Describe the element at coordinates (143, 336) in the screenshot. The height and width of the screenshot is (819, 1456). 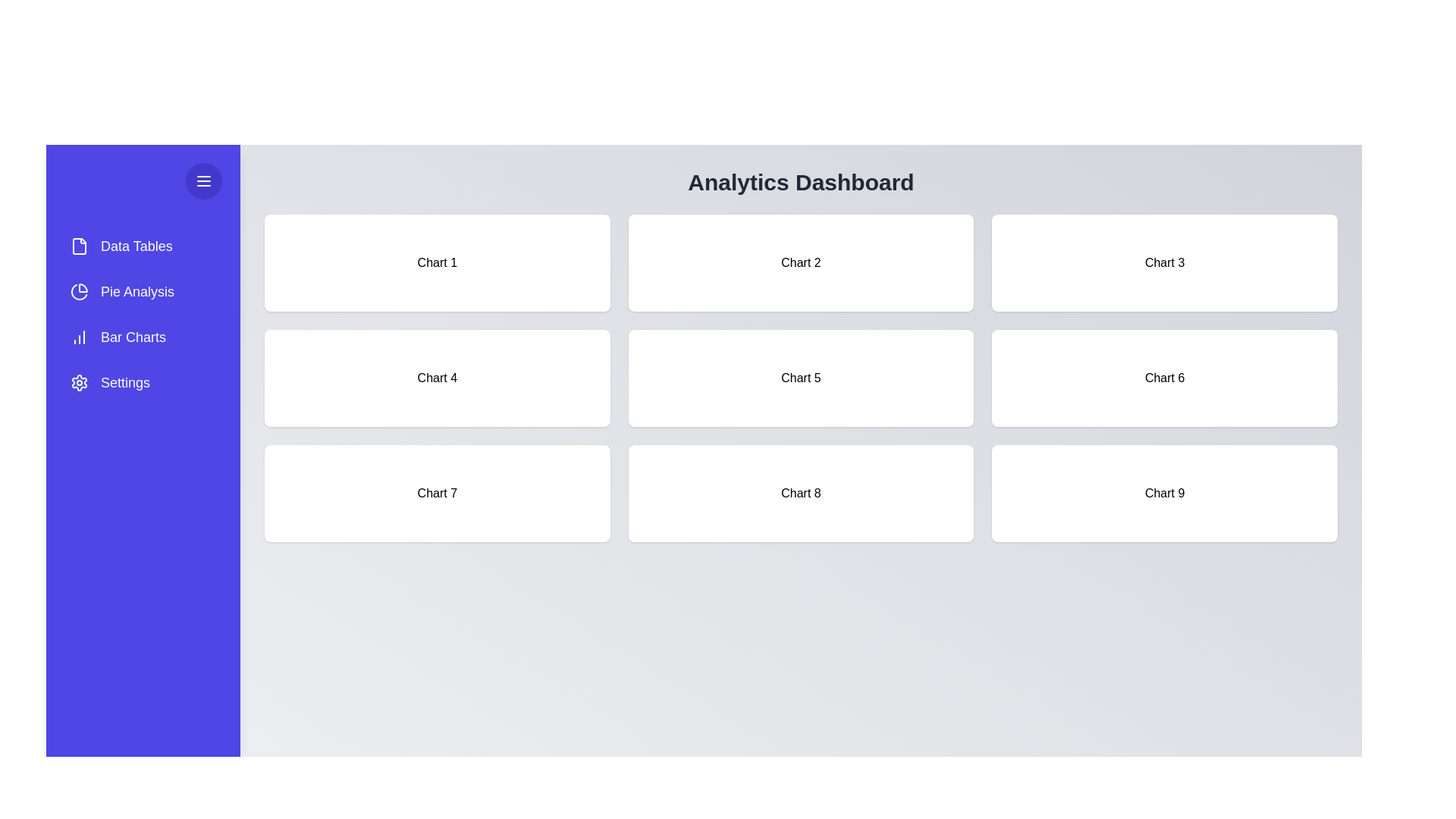
I see `the menu item Bar Charts from the drawer` at that location.